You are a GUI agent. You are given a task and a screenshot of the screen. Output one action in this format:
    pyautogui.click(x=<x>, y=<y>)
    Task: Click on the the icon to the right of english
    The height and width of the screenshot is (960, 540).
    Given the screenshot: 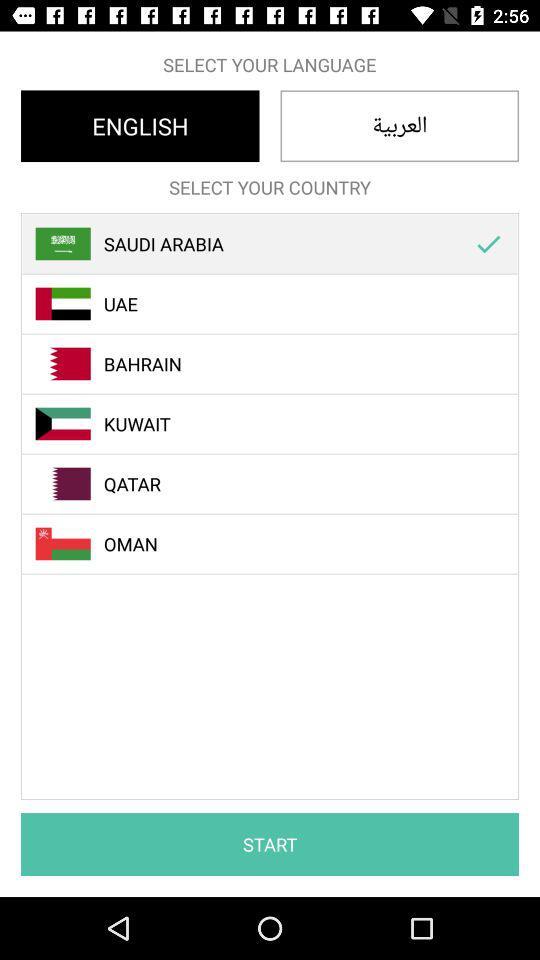 What is the action you would take?
    pyautogui.click(x=399, y=125)
    